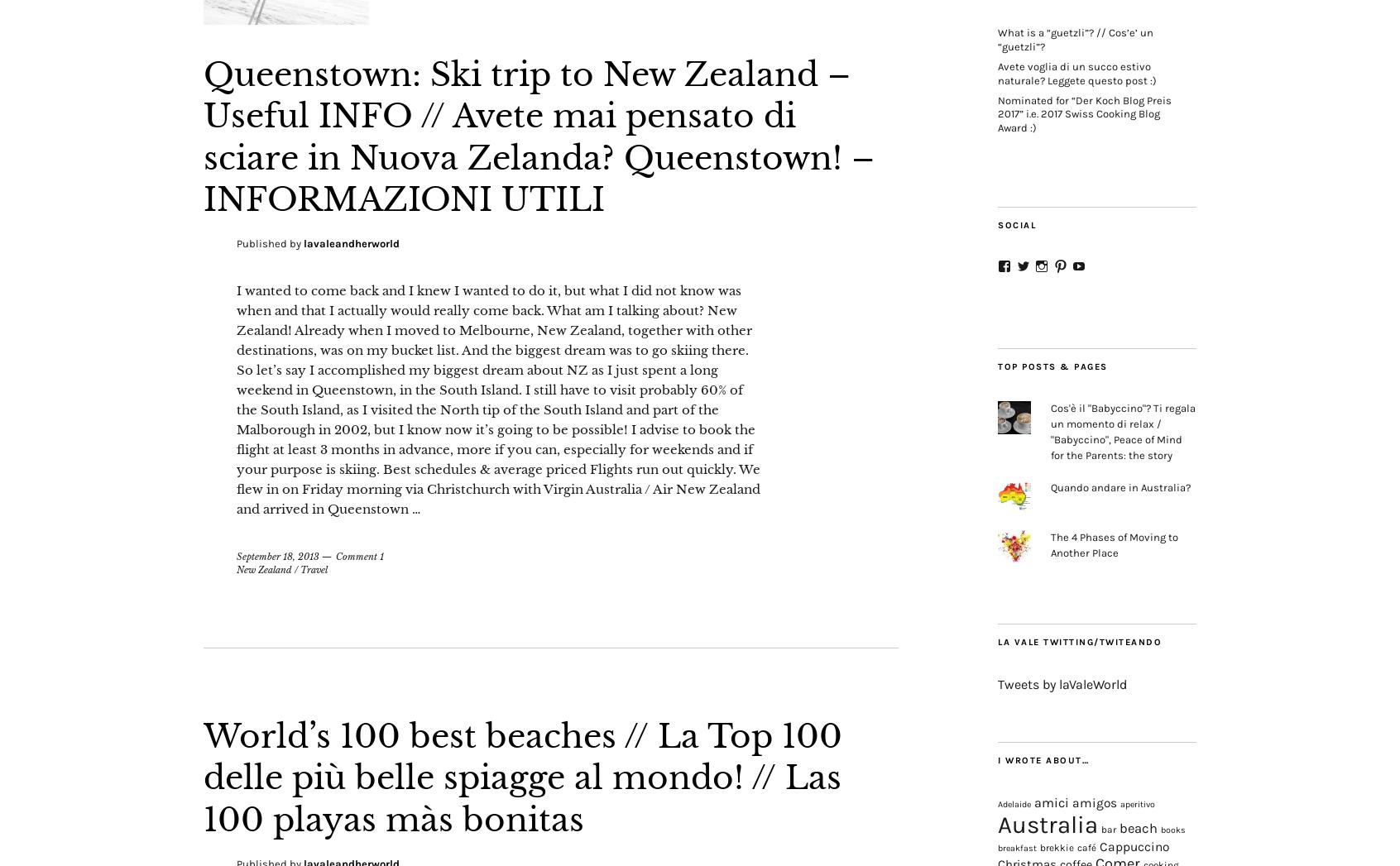 This screenshot has height=866, width=1400. What do you see at coordinates (1172, 830) in the screenshot?
I see `'books'` at bounding box center [1172, 830].